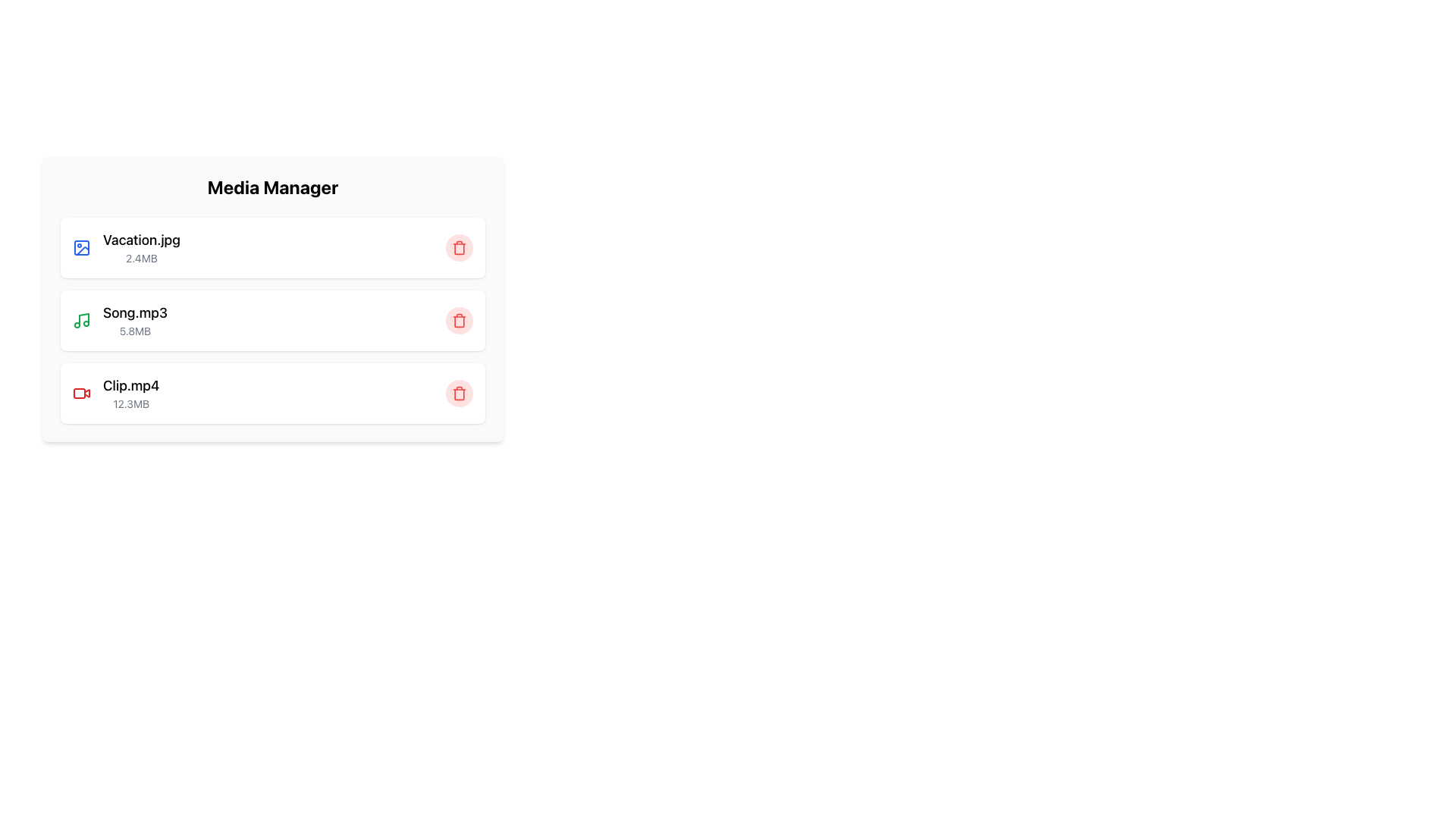  I want to click on the second file list item, which displays 'Song.mp3' and a red trash icon, to show the context menu, so click(273, 320).